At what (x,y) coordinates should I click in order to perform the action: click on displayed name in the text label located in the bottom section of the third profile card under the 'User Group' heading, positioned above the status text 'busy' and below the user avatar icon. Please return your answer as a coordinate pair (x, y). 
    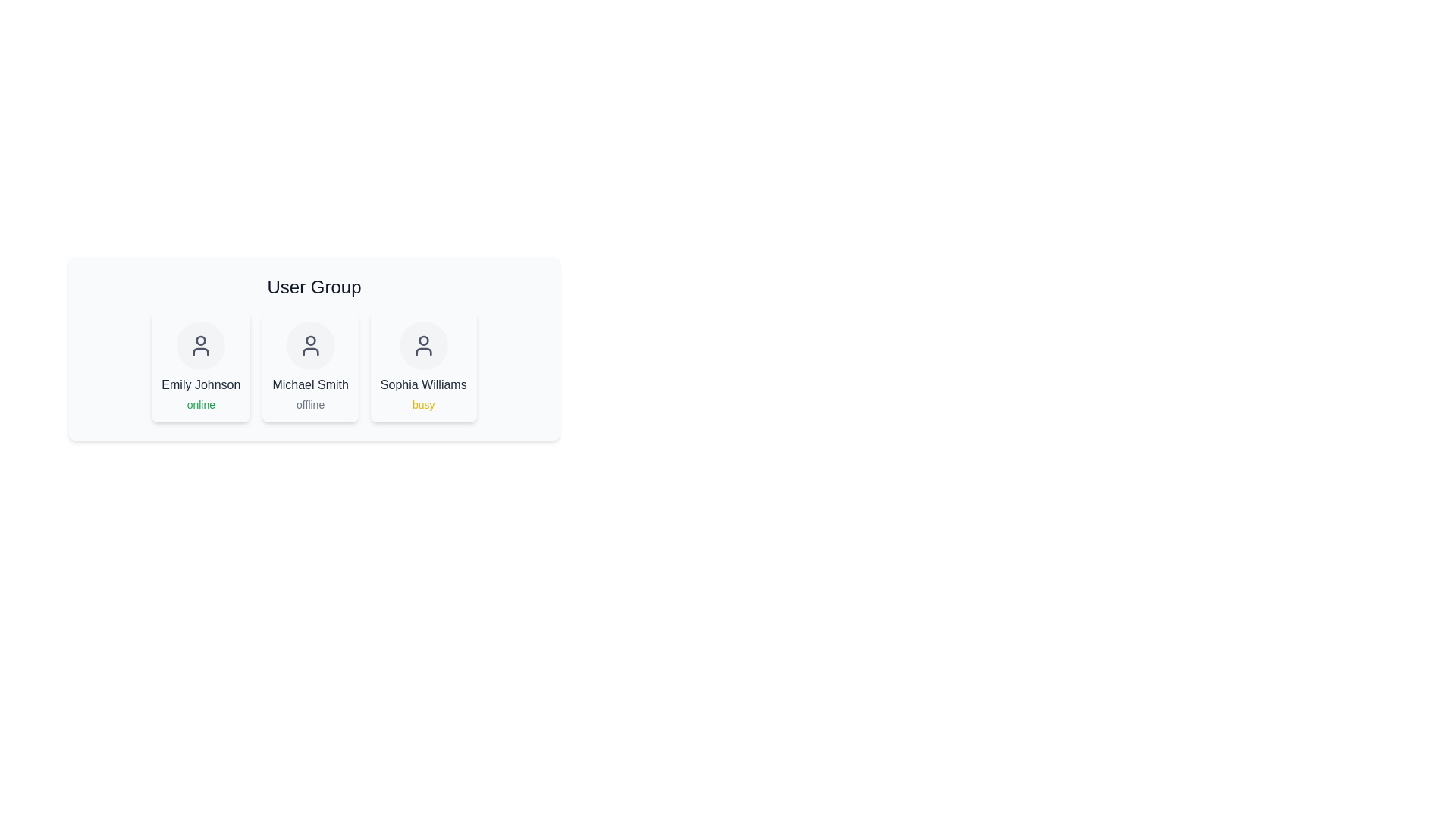
    Looking at the image, I should click on (423, 384).